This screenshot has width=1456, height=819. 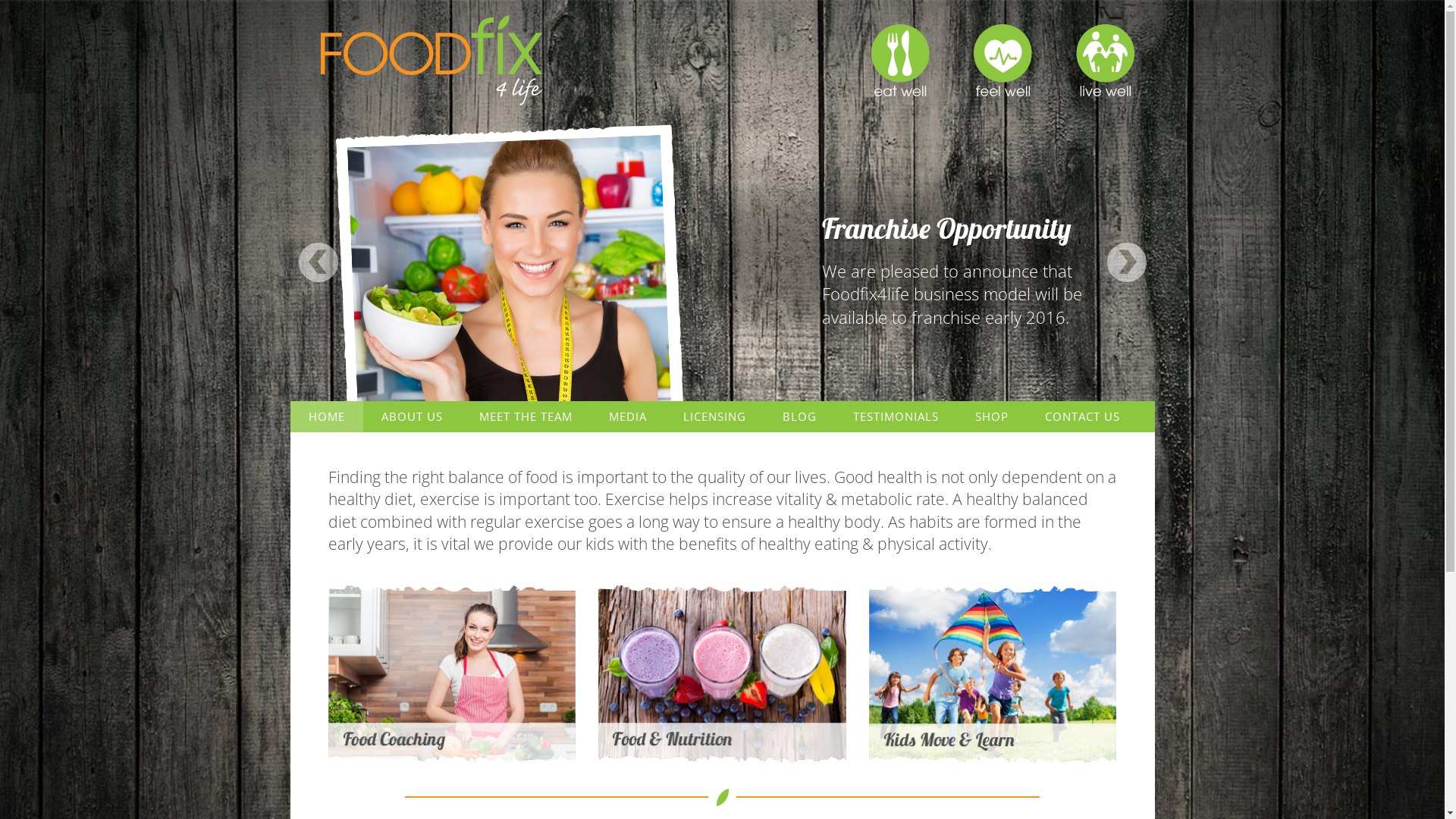 I want to click on 'SHOP', so click(x=956, y=416).